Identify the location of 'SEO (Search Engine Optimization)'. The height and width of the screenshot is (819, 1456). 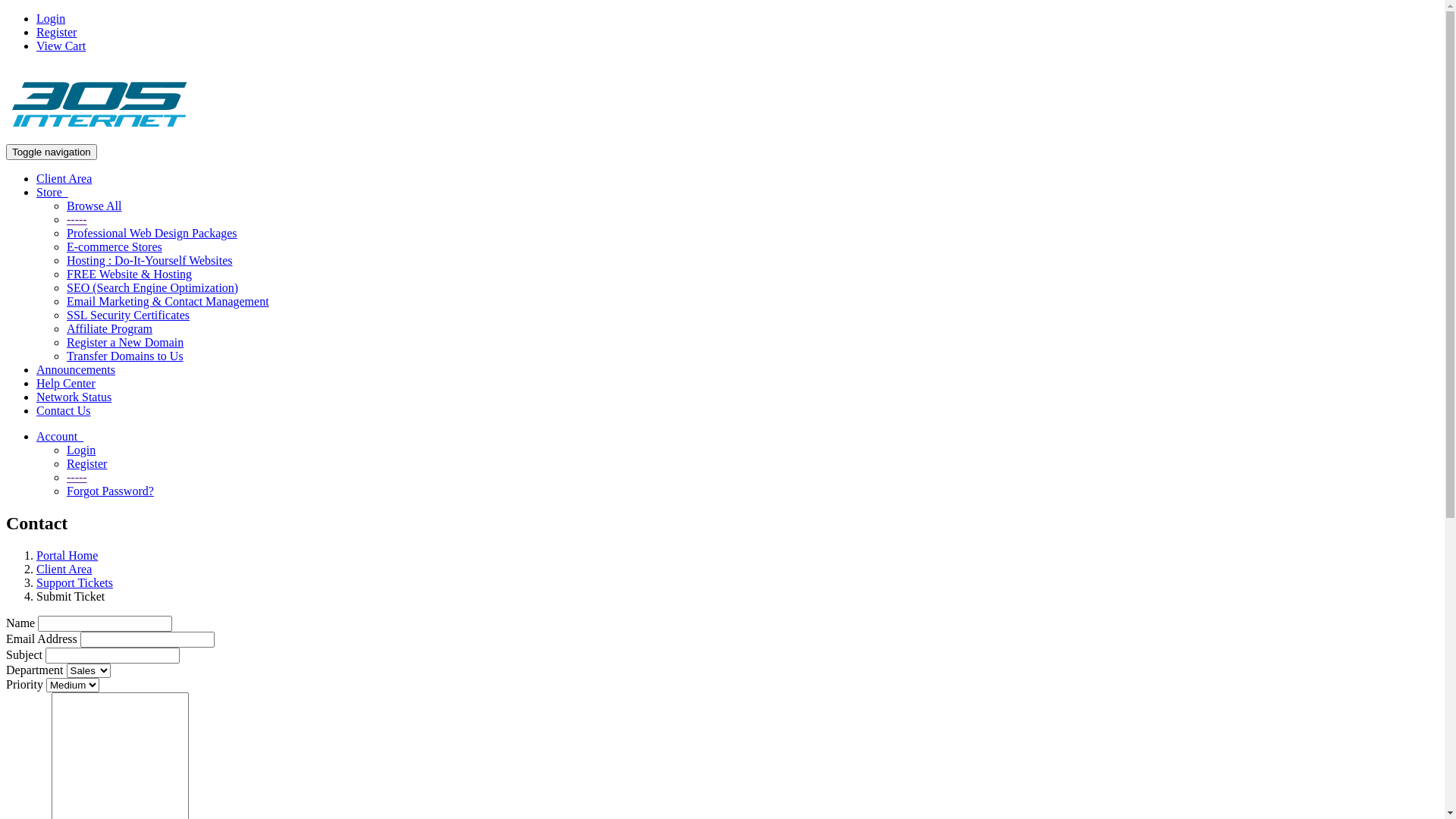
(152, 287).